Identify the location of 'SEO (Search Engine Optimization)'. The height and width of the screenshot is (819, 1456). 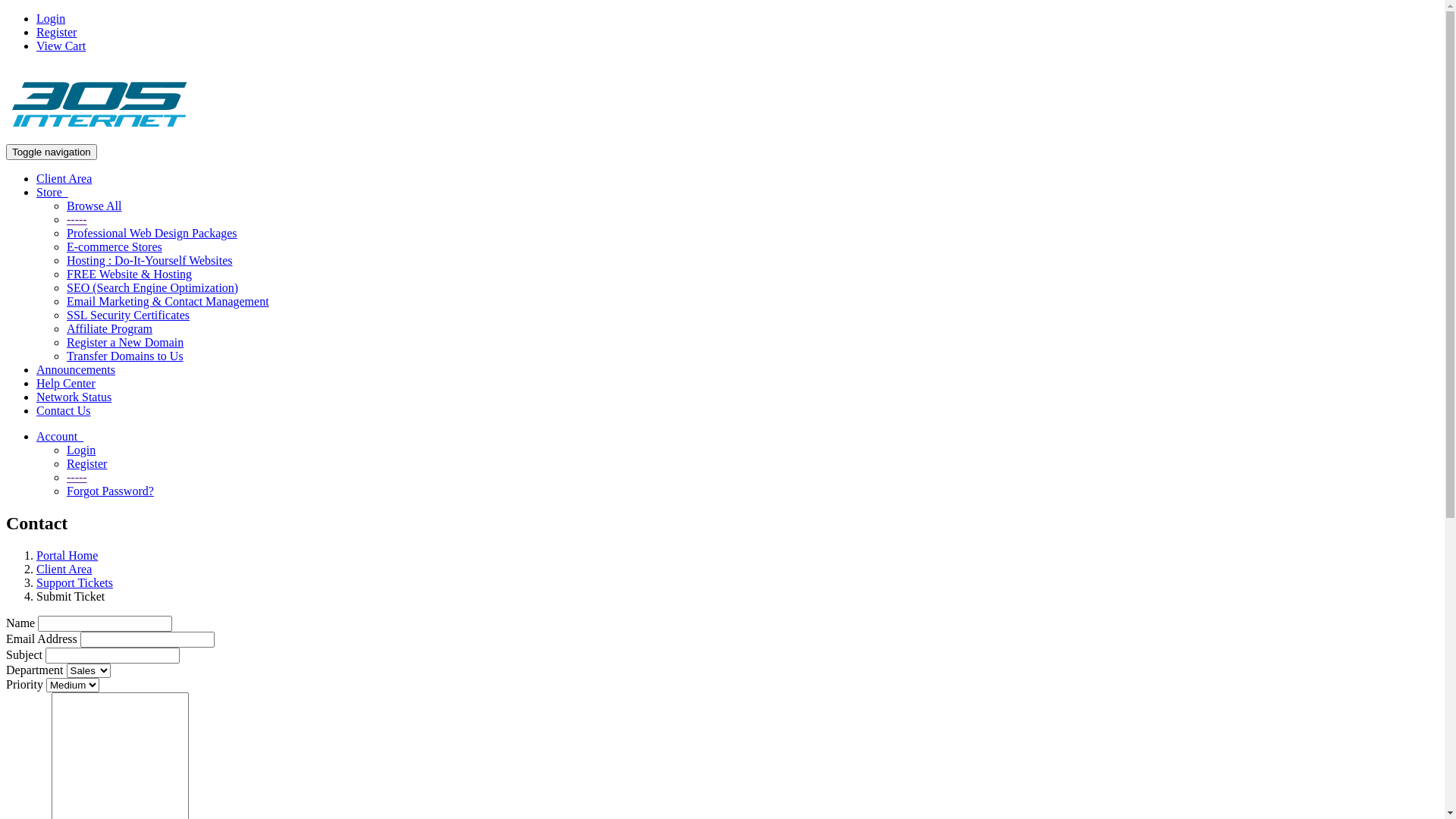
(152, 287).